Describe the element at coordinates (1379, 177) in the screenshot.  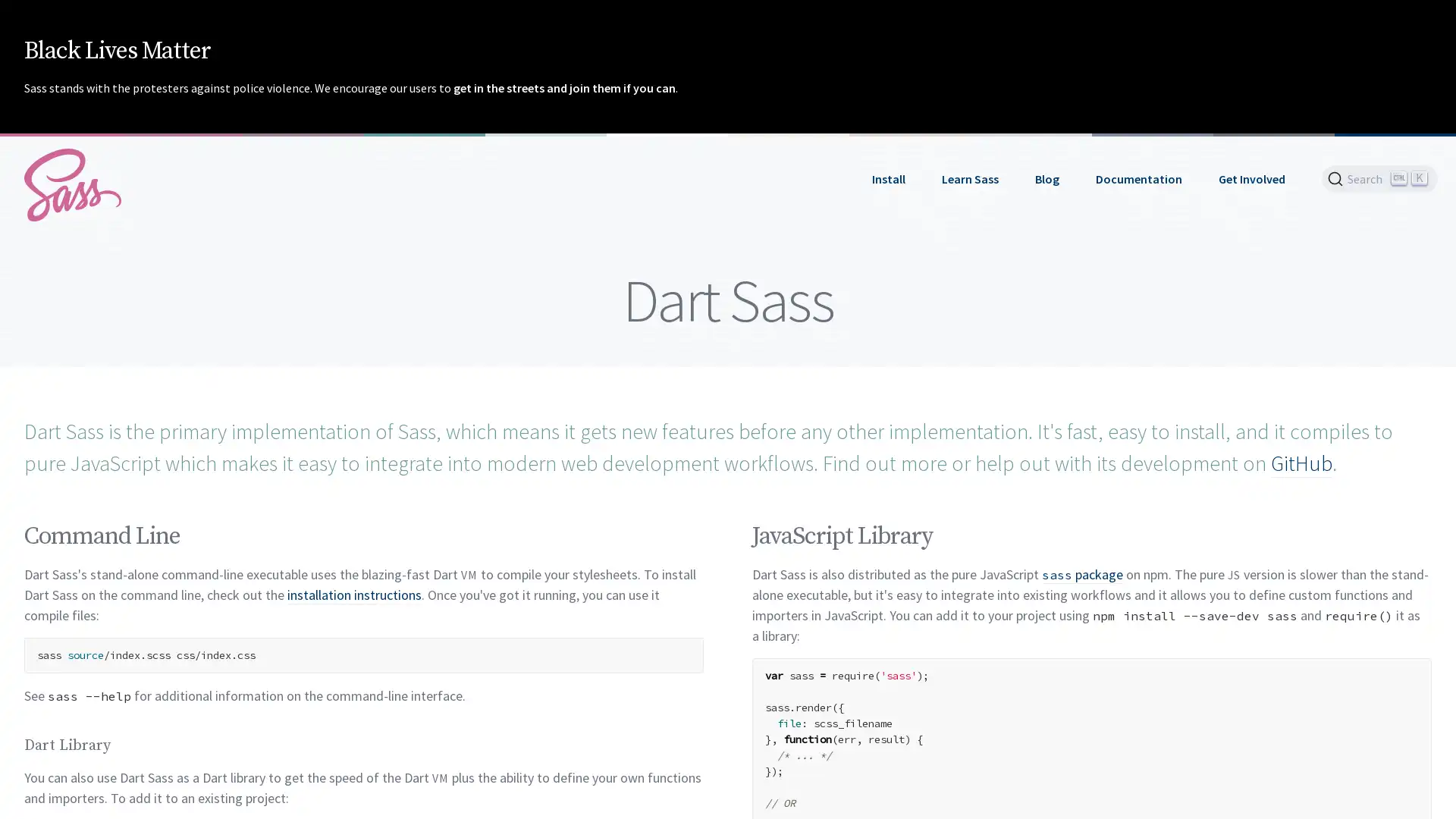
I see `Search` at that location.